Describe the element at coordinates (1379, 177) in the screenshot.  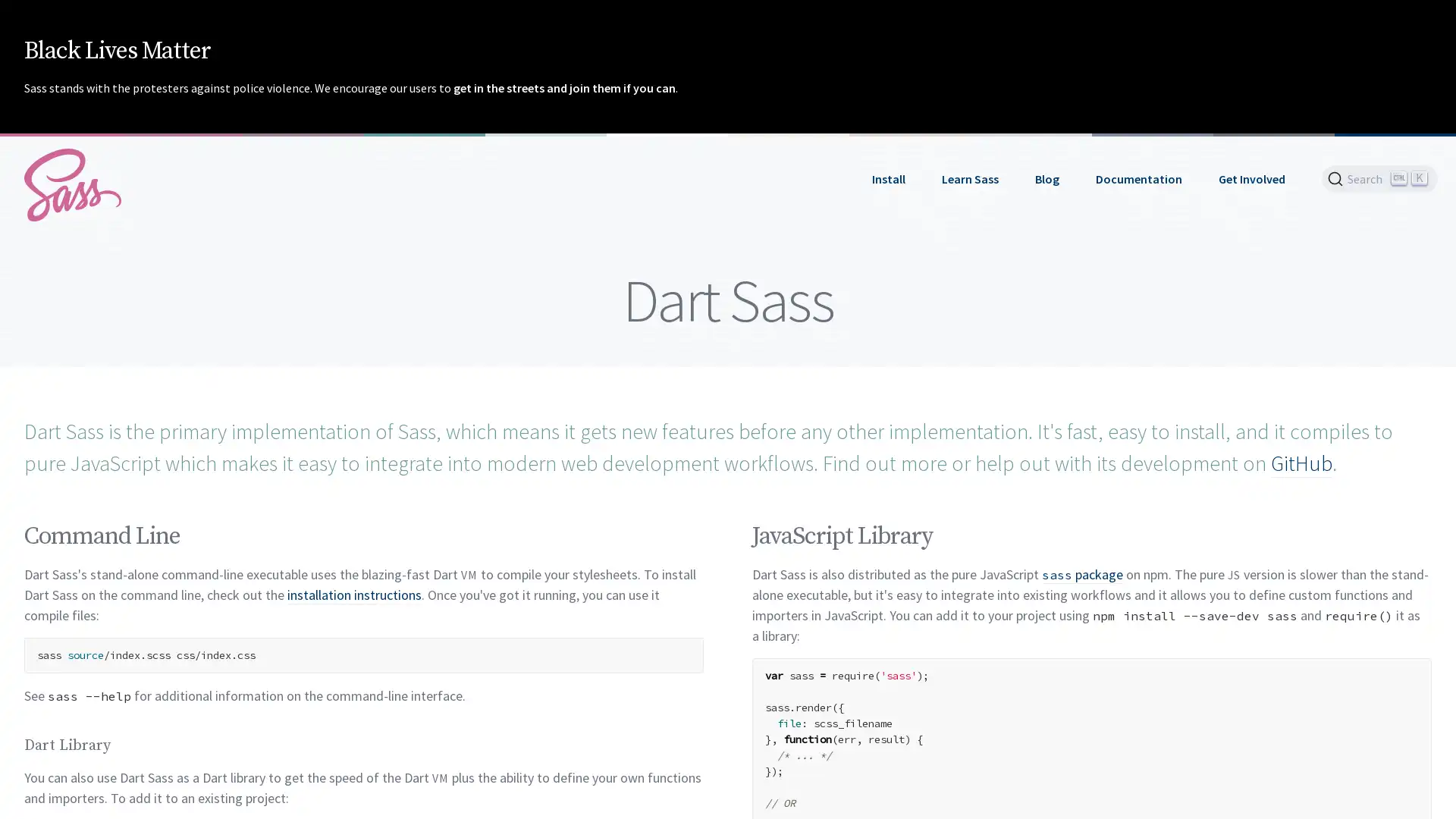
I see `Search` at that location.